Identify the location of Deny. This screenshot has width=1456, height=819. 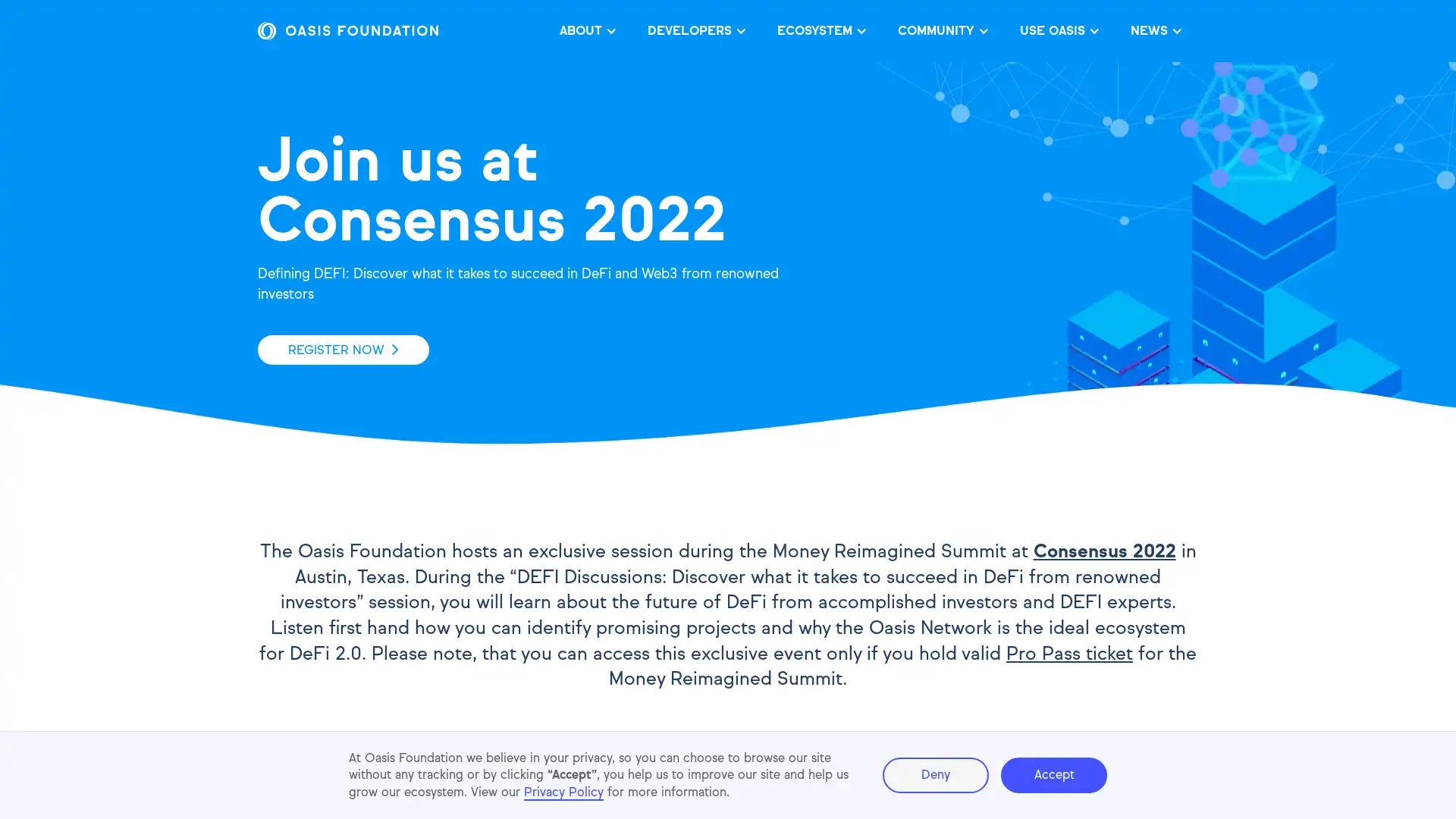
(934, 775).